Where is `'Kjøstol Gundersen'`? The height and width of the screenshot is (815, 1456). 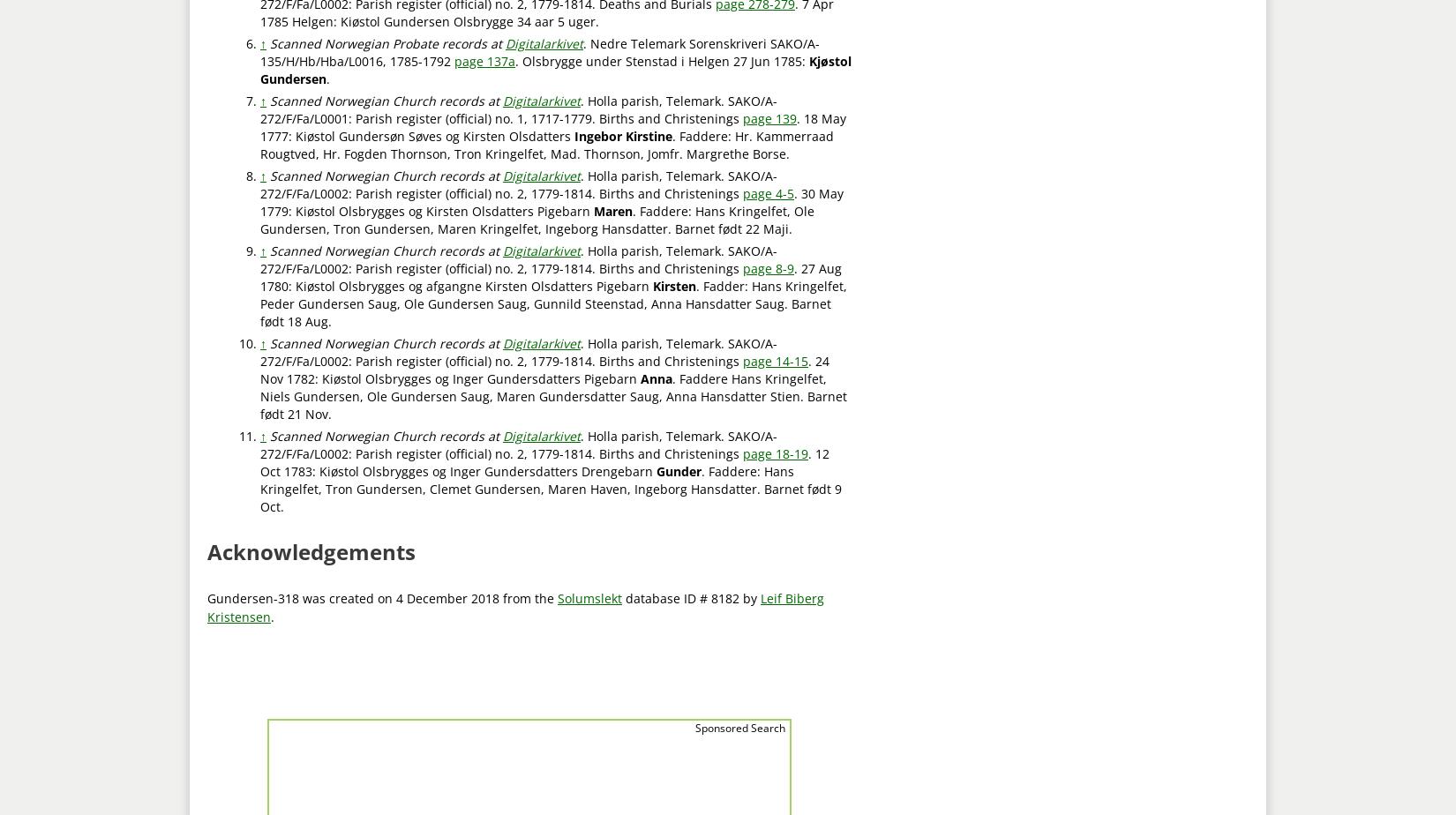
'Kjøstol Gundersen' is located at coordinates (260, 69).